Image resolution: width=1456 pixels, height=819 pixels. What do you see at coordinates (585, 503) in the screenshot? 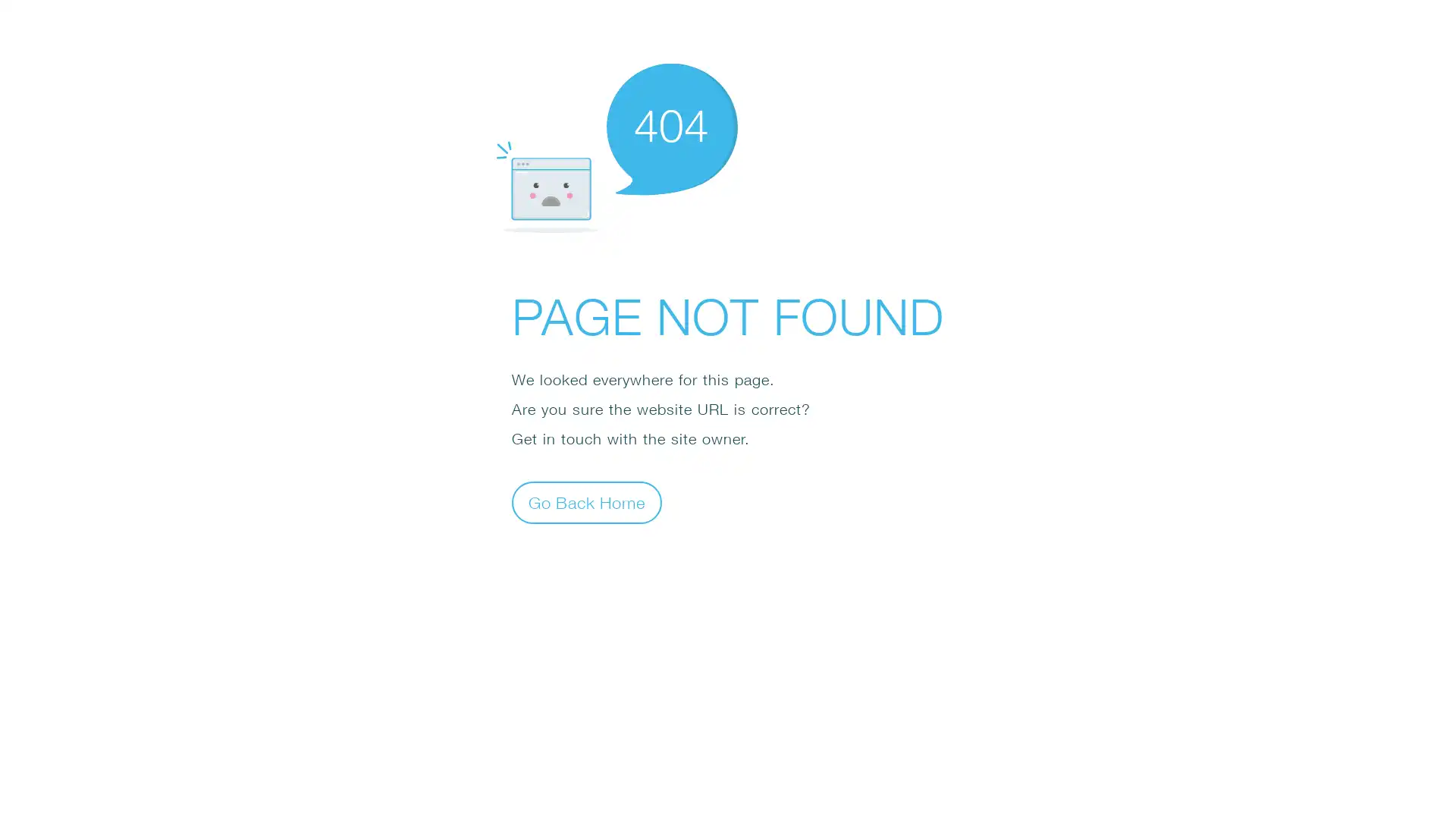
I see `Go Back Home` at bounding box center [585, 503].